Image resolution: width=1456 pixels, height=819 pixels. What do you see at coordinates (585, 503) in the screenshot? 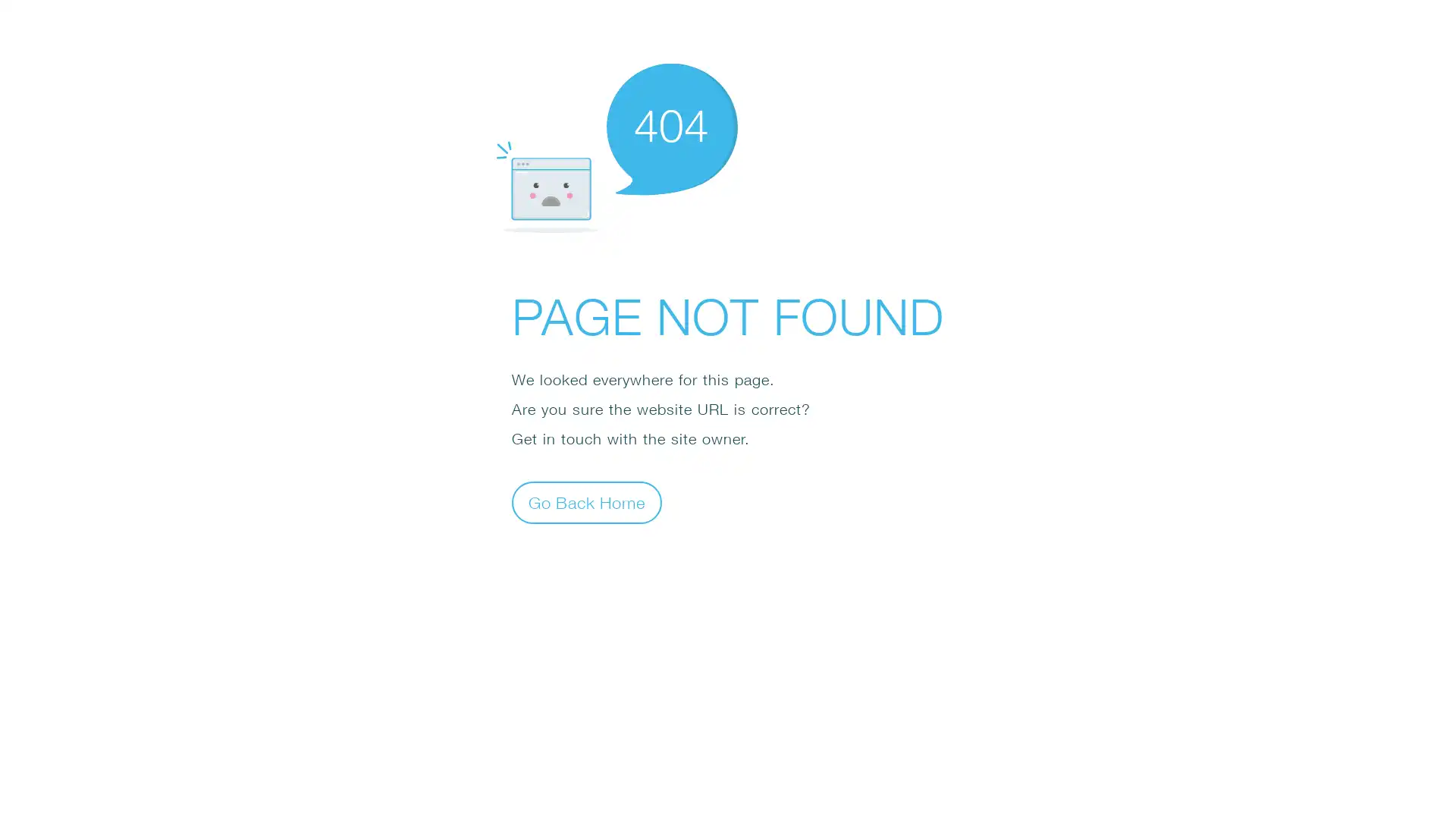
I see `Go Back Home` at bounding box center [585, 503].